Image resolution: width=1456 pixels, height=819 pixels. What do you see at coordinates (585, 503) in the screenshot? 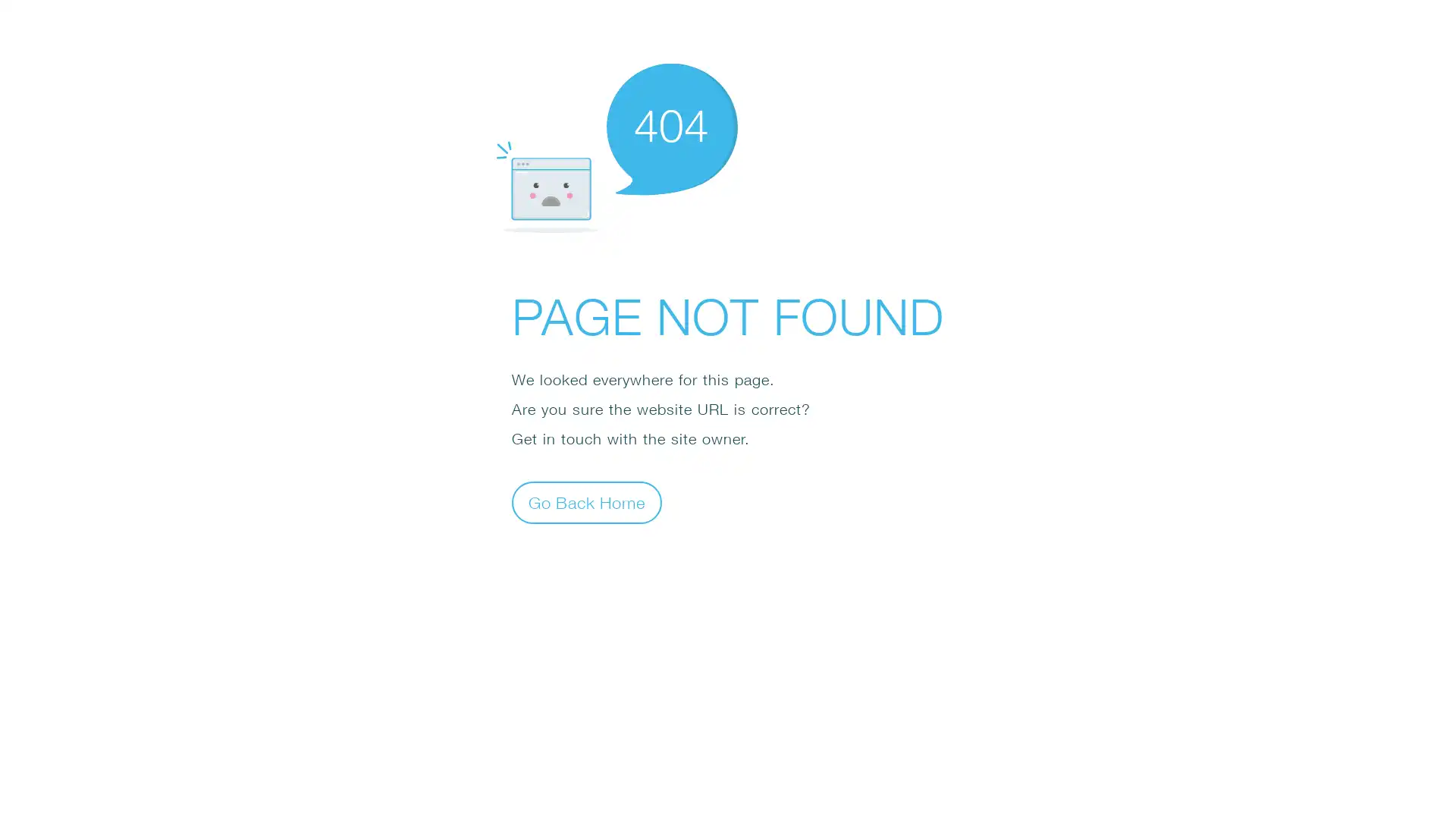
I see `Go Back Home` at bounding box center [585, 503].